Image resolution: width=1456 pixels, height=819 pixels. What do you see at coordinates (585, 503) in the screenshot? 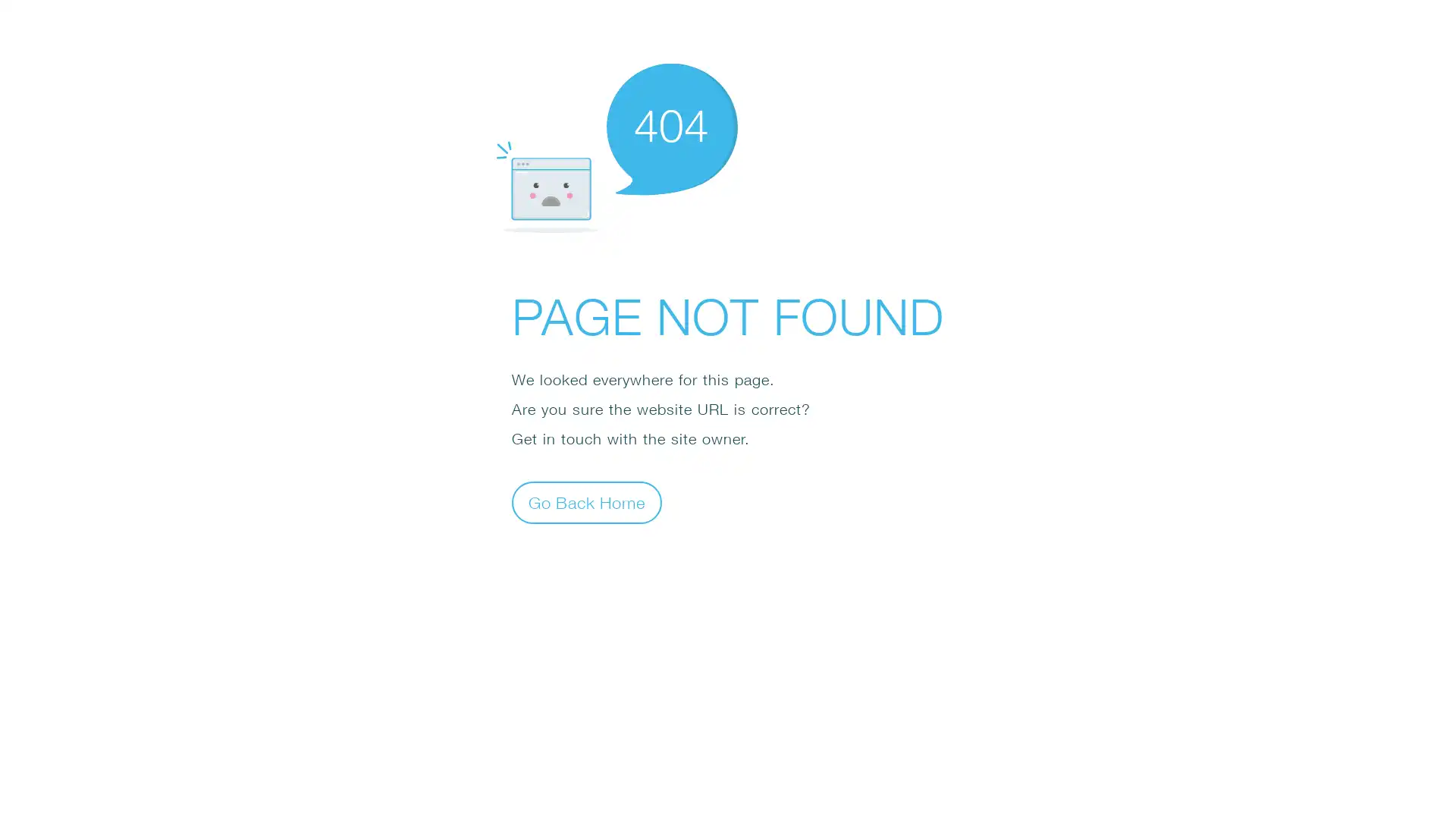
I see `Go Back Home` at bounding box center [585, 503].